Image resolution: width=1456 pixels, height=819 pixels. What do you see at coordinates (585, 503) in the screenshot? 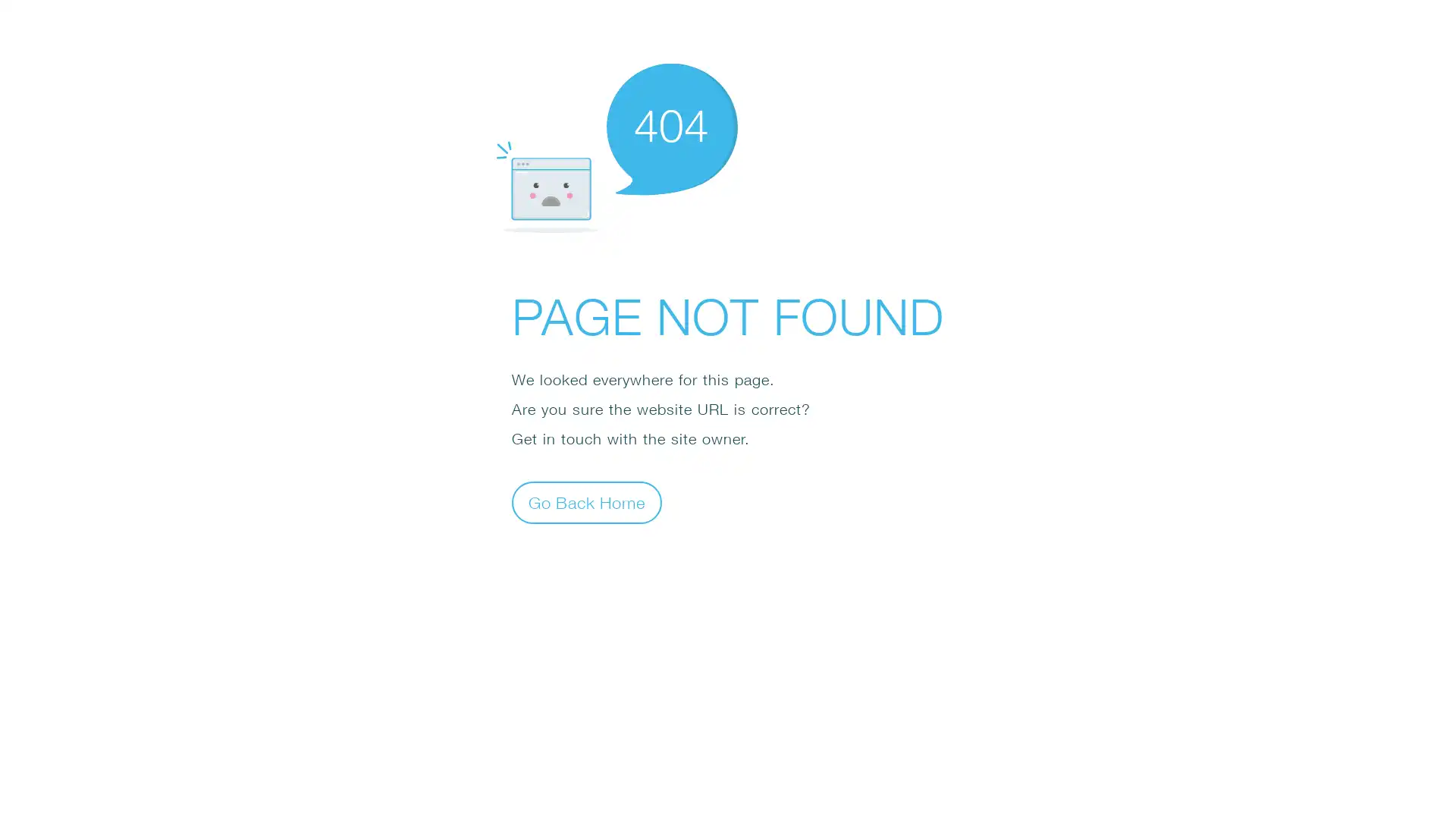
I see `Go Back Home` at bounding box center [585, 503].